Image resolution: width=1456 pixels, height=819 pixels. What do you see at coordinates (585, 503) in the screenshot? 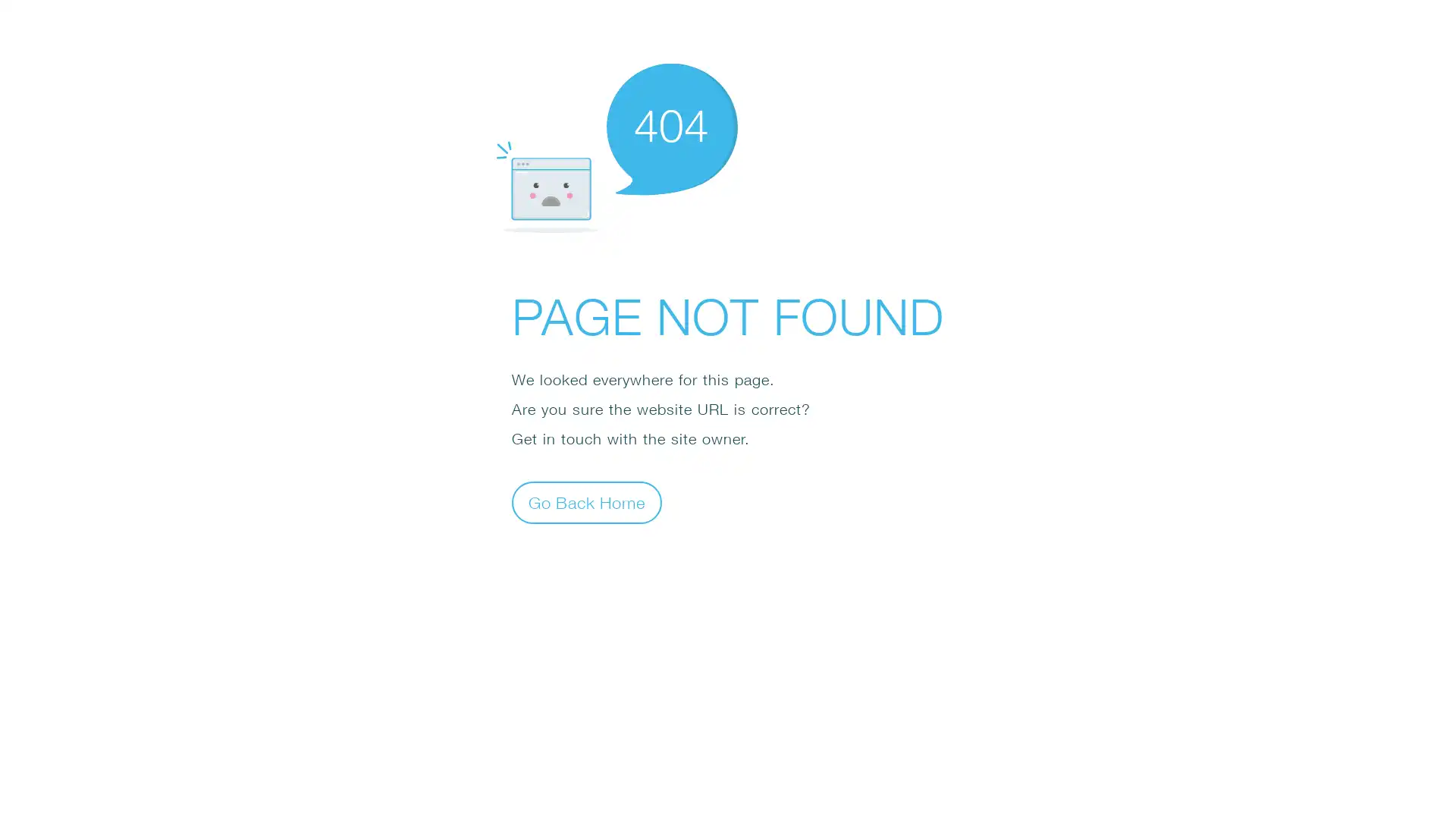
I see `Go Back Home` at bounding box center [585, 503].